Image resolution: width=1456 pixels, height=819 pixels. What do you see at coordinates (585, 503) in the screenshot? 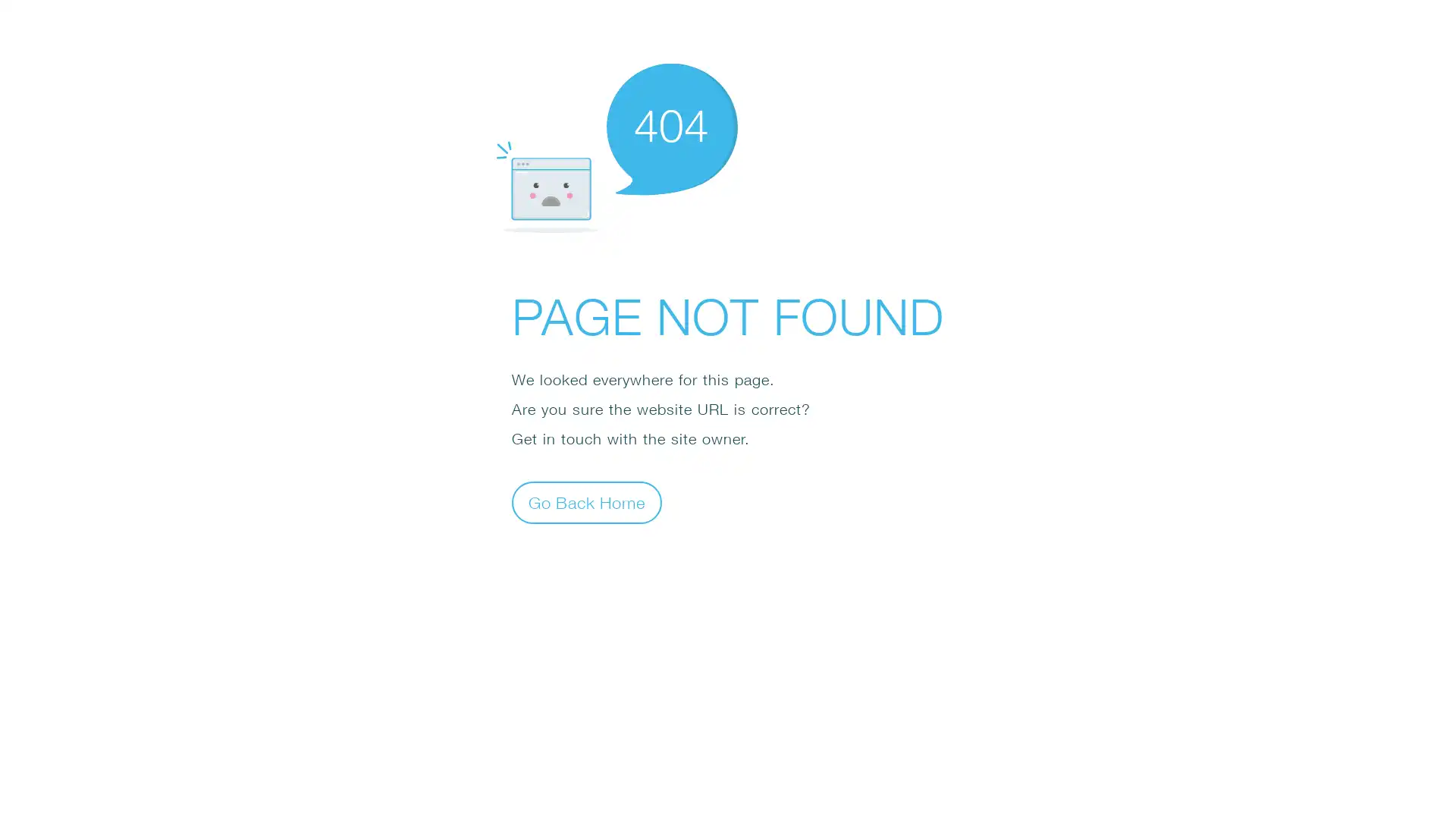
I see `Go Back Home` at bounding box center [585, 503].